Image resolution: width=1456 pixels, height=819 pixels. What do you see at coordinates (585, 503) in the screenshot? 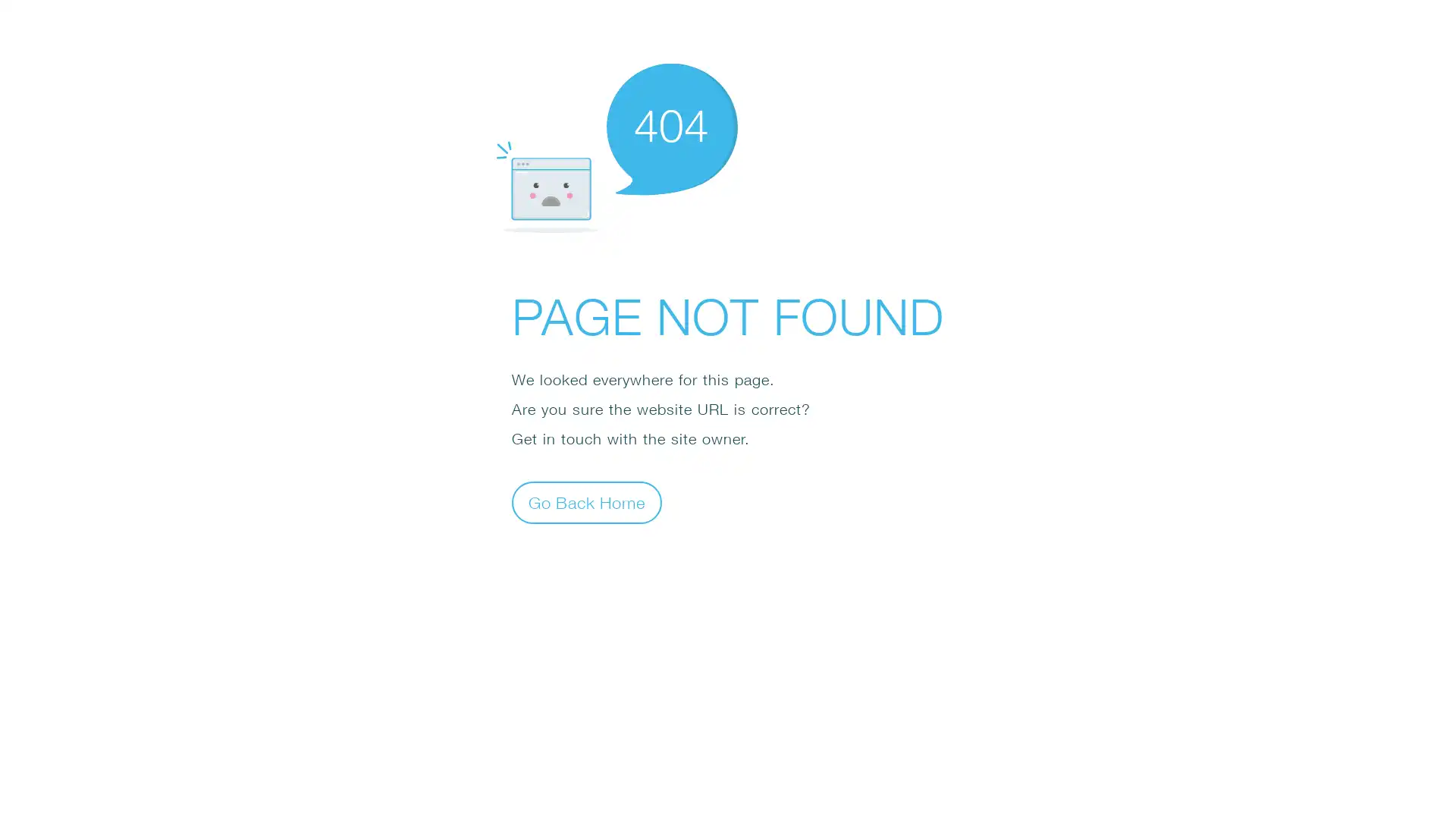
I see `Go Back Home` at bounding box center [585, 503].